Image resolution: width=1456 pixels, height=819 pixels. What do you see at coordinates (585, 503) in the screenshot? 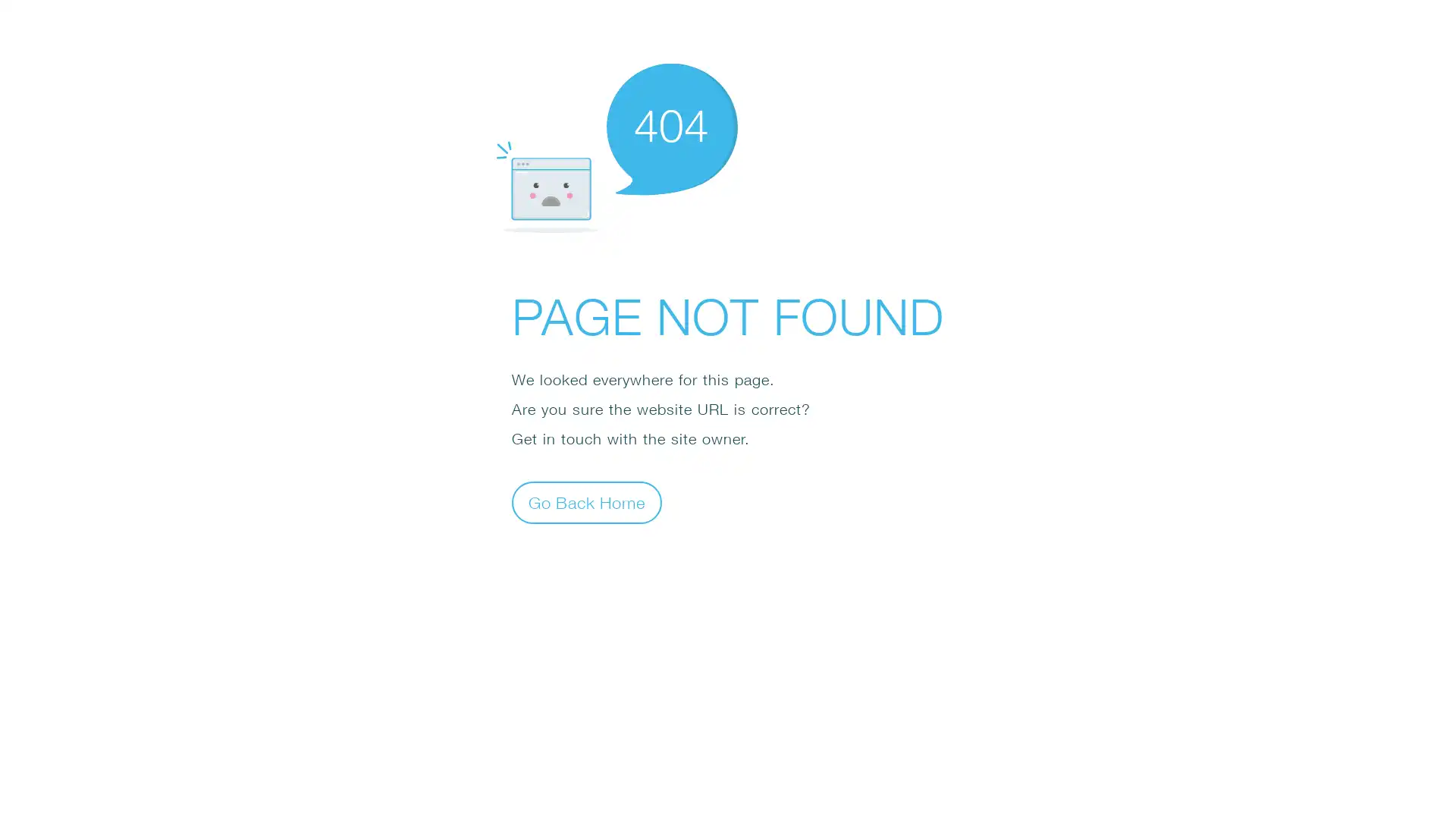
I see `Go Back Home` at bounding box center [585, 503].